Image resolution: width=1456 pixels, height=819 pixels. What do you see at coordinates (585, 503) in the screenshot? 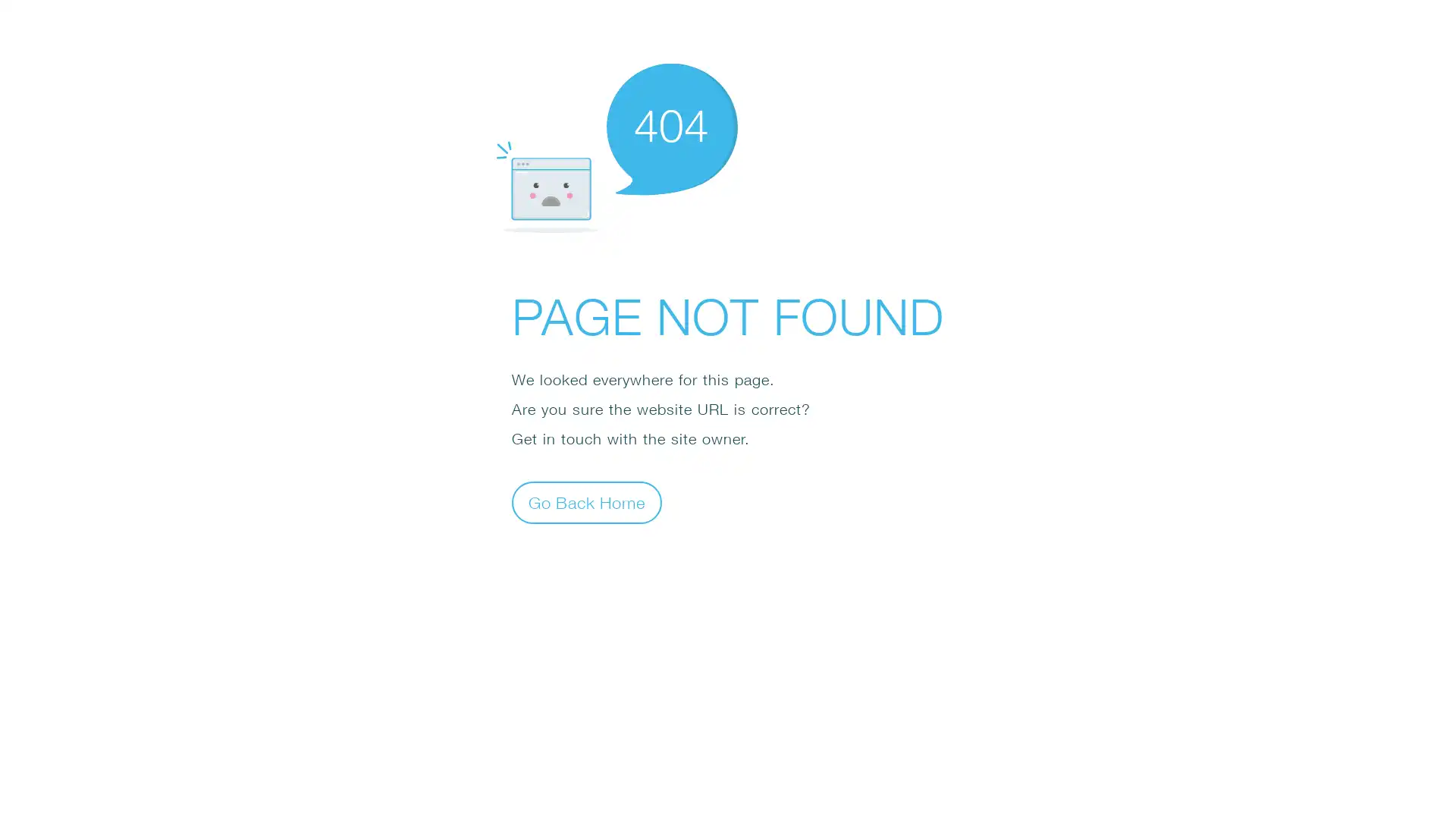
I see `Go Back Home` at bounding box center [585, 503].